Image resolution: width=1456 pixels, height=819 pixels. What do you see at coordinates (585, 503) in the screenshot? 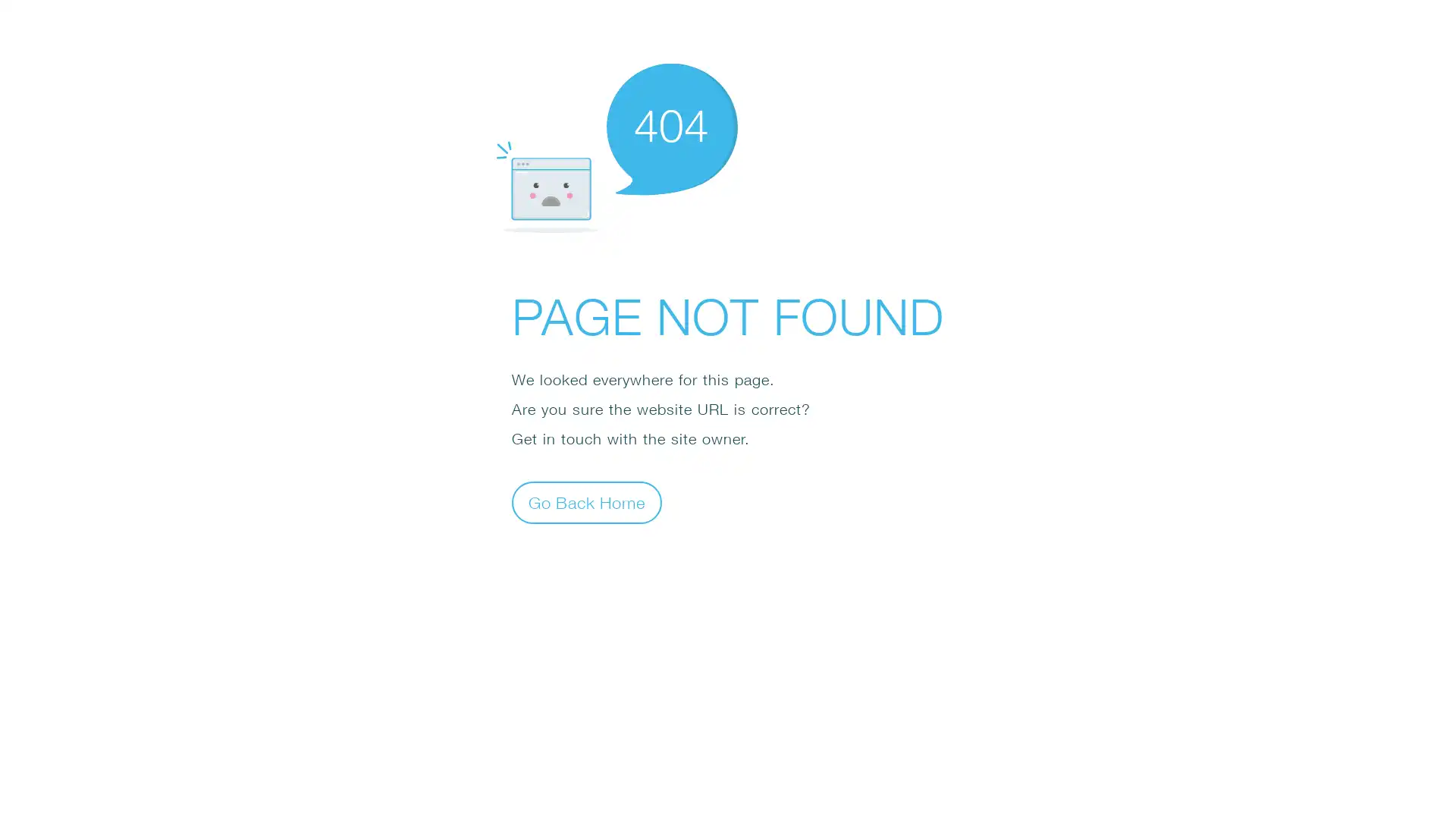
I see `Go Back Home` at bounding box center [585, 503].